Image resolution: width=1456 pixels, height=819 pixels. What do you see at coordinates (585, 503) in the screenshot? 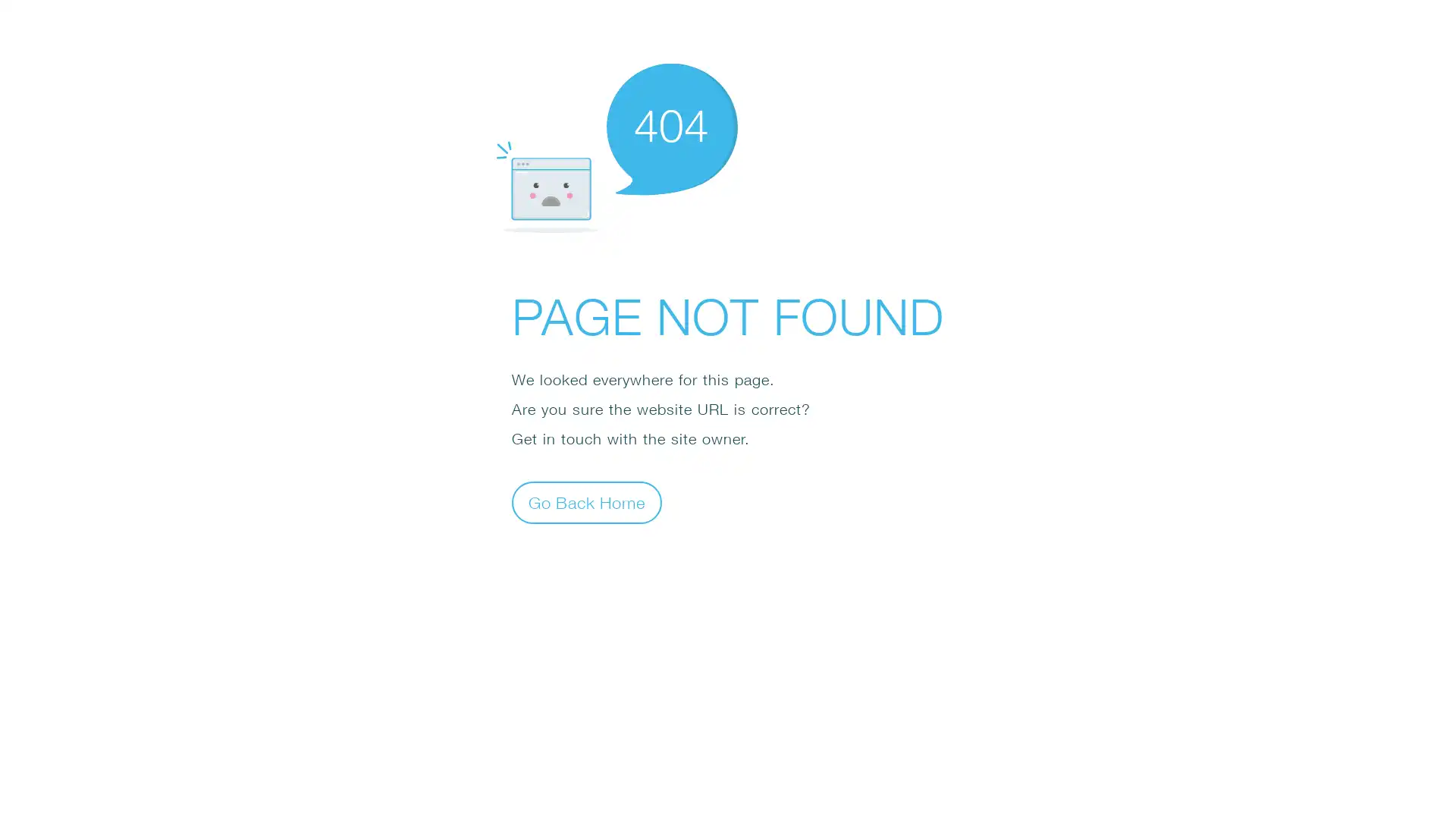
I see `Go Back Home` at bounding box center [585, 503].